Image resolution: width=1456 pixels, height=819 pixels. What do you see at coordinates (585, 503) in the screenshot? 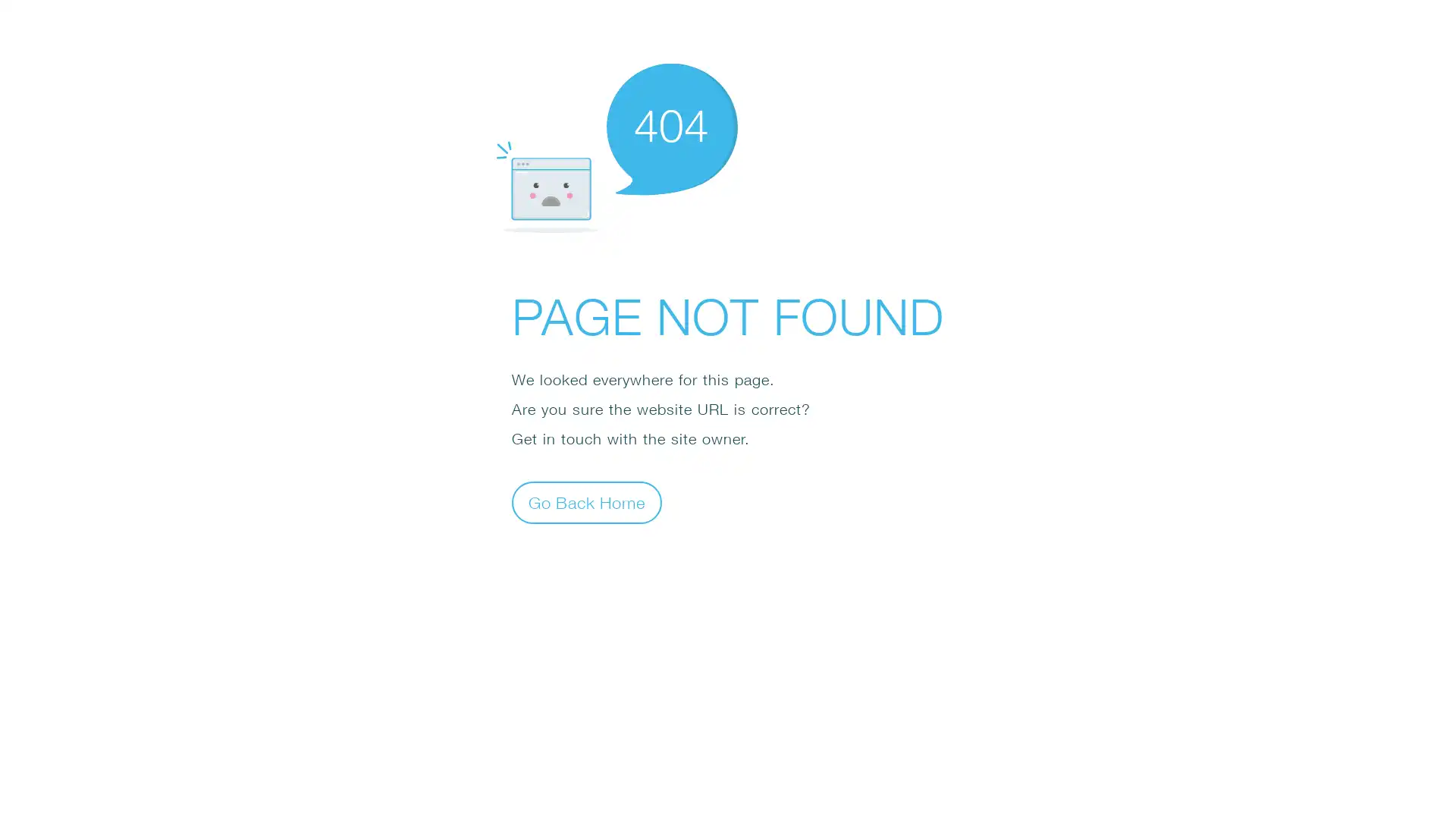
I see `Go Back Home` at bounding box center [585, 503].